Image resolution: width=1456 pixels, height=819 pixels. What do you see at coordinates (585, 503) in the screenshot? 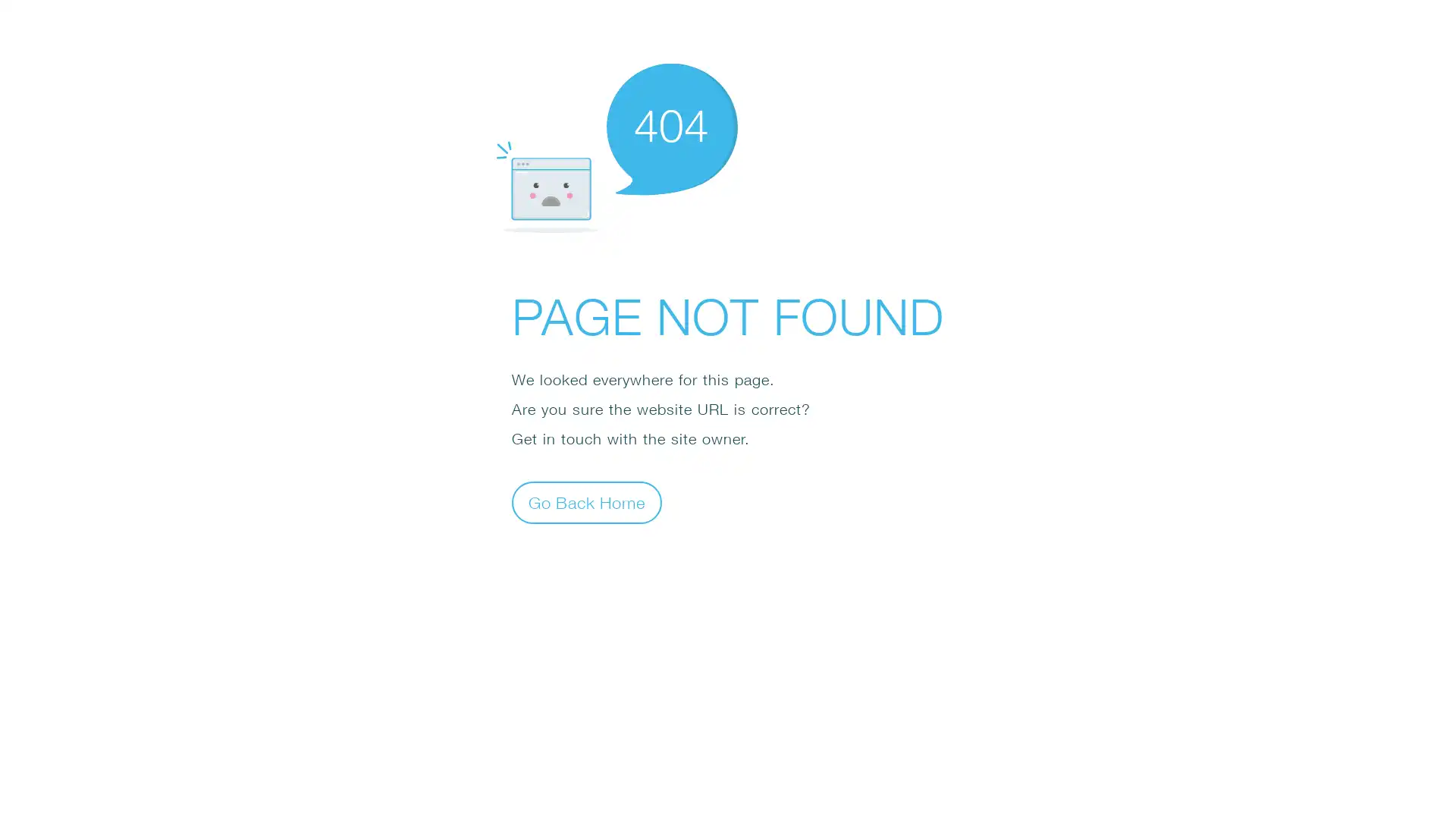
I see `Go Back Home` at bounding box center [585, 503].